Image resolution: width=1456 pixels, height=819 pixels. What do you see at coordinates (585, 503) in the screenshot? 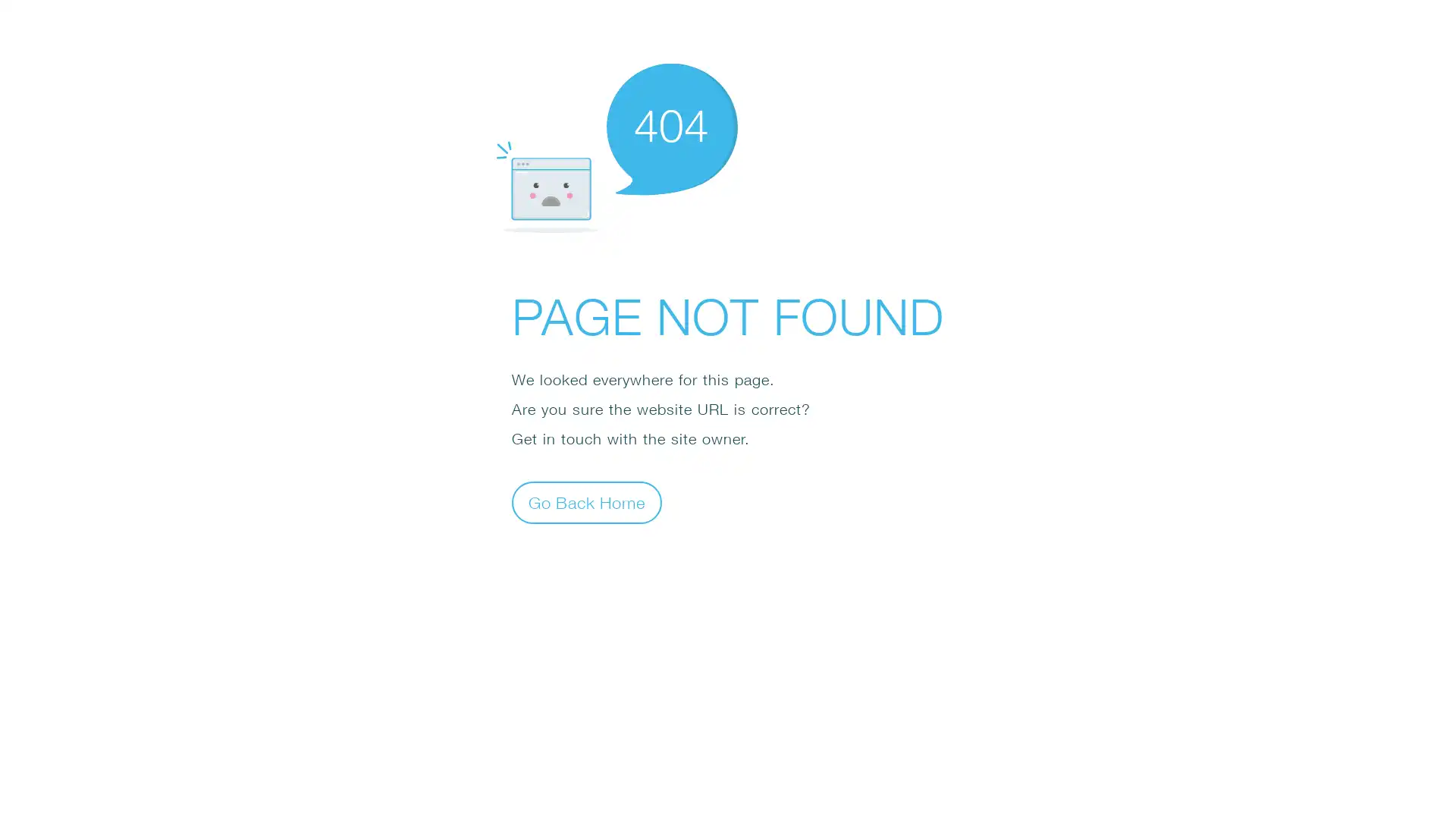
I see `Go Back Home` at bounding box center [585, 503].